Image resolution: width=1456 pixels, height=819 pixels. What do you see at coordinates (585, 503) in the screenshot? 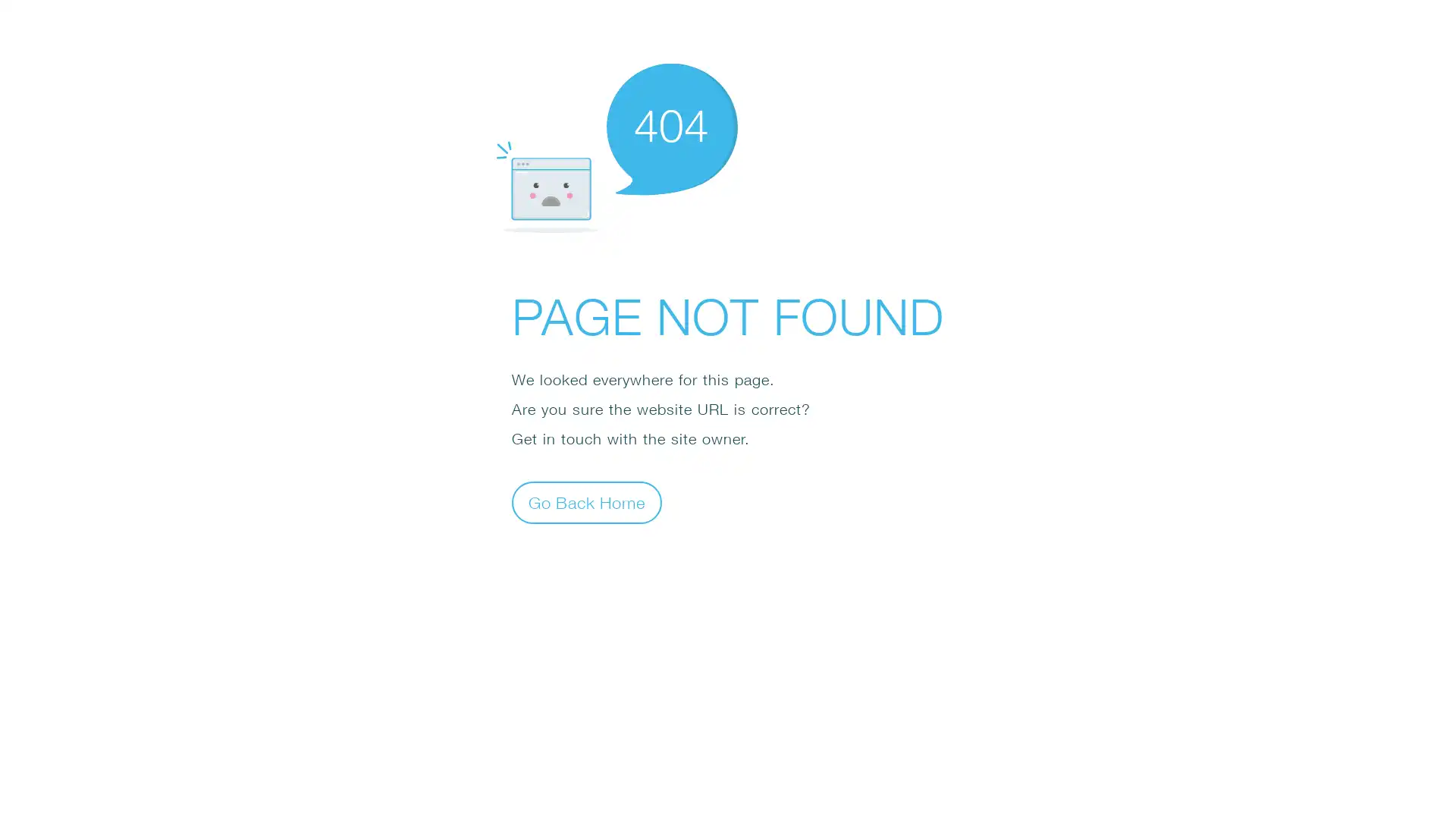
I see `Go Back Home` at bounding box center [585, 503].